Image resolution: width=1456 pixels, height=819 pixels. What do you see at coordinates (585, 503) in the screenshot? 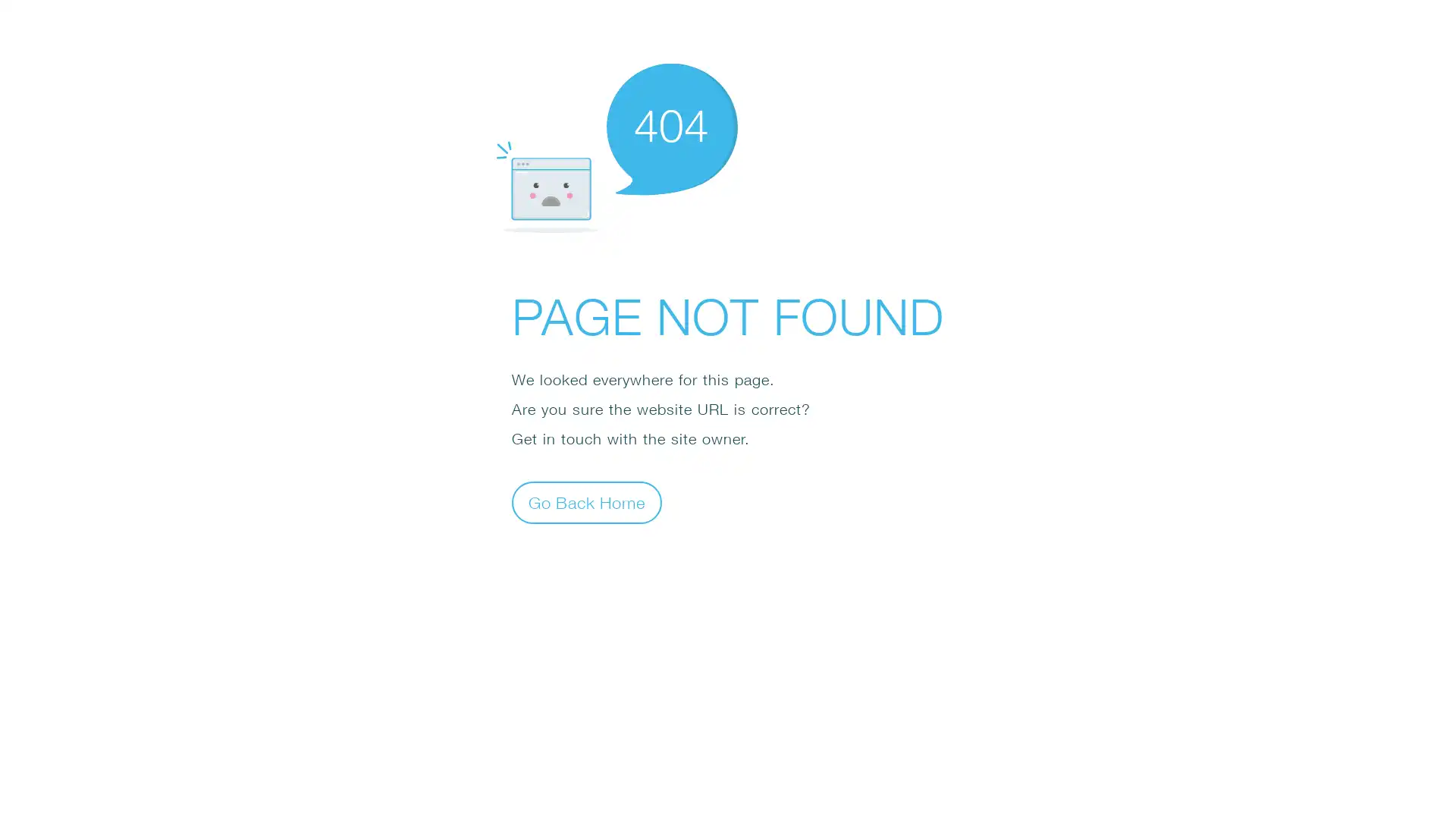
I see `Go Back Home` at bounding box center [585, 503].